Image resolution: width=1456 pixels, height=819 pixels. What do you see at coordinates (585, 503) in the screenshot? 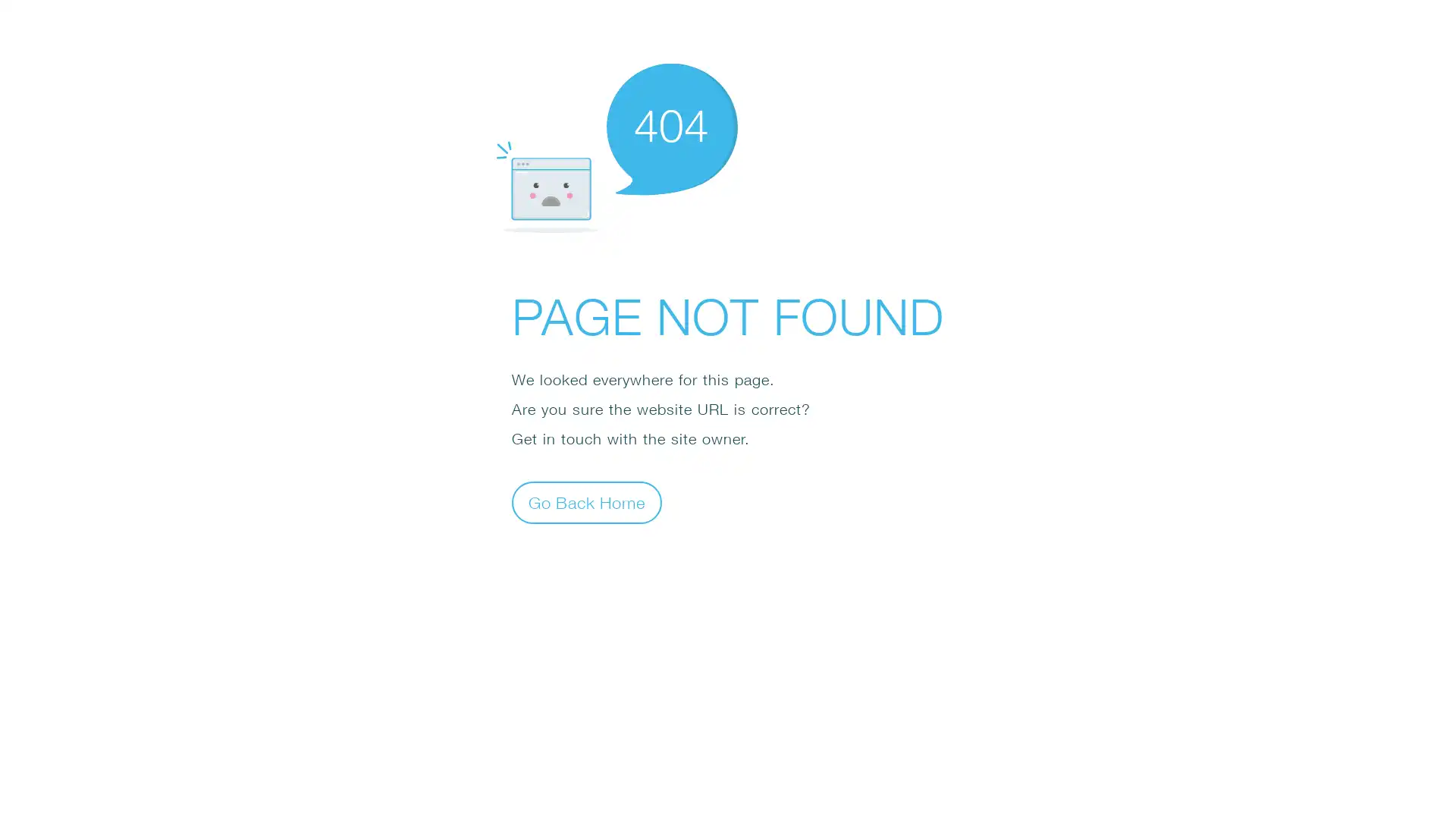
I see `Go Back Home` at bounding box center [585, 503].